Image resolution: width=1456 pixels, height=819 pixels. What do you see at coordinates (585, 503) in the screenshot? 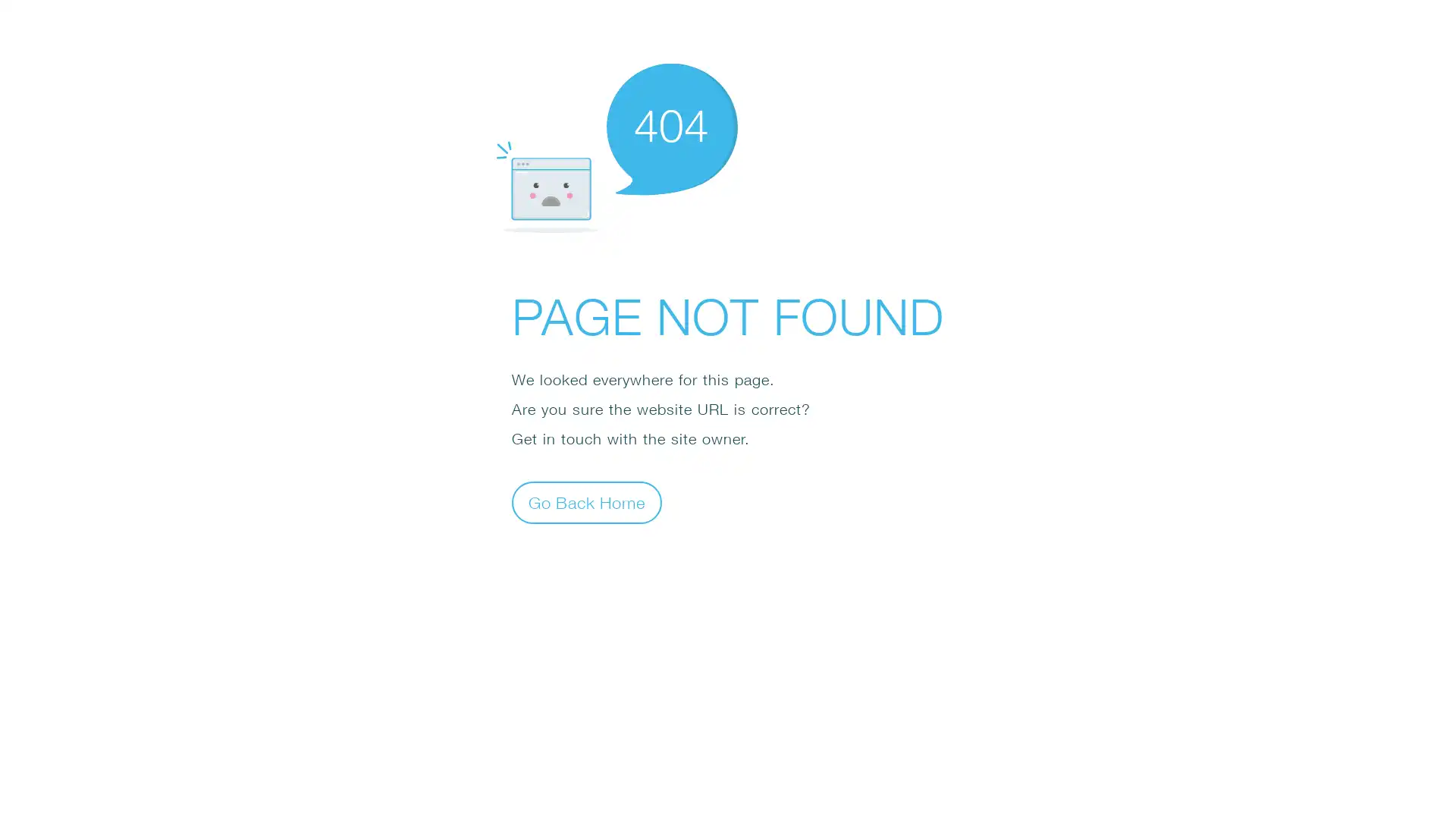
I see `Go Back Home` at bounding box center [585, 503].